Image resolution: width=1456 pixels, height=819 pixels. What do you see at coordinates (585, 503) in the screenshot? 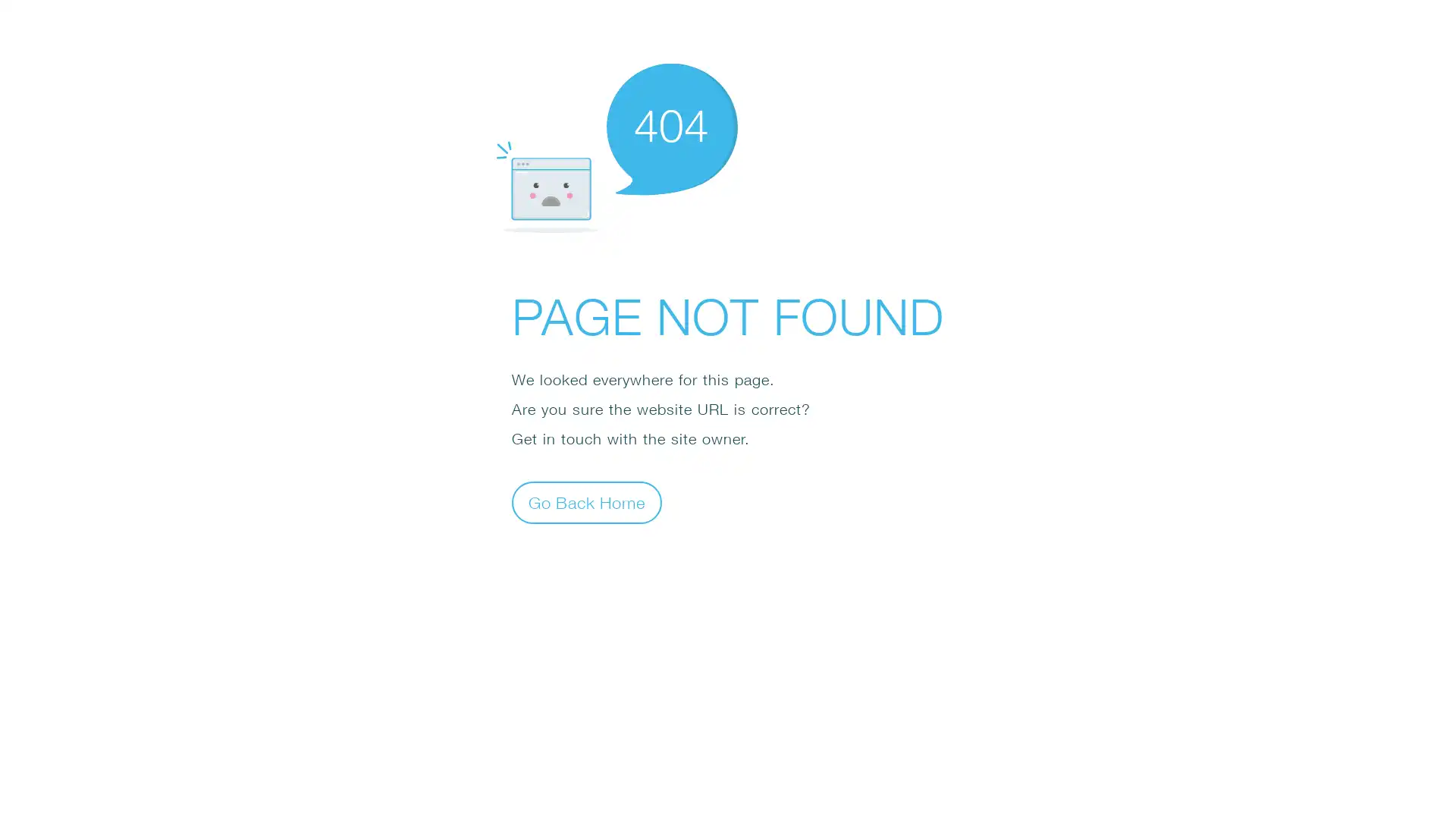
I see `Go Back Home` at bounding box center [585, 503].